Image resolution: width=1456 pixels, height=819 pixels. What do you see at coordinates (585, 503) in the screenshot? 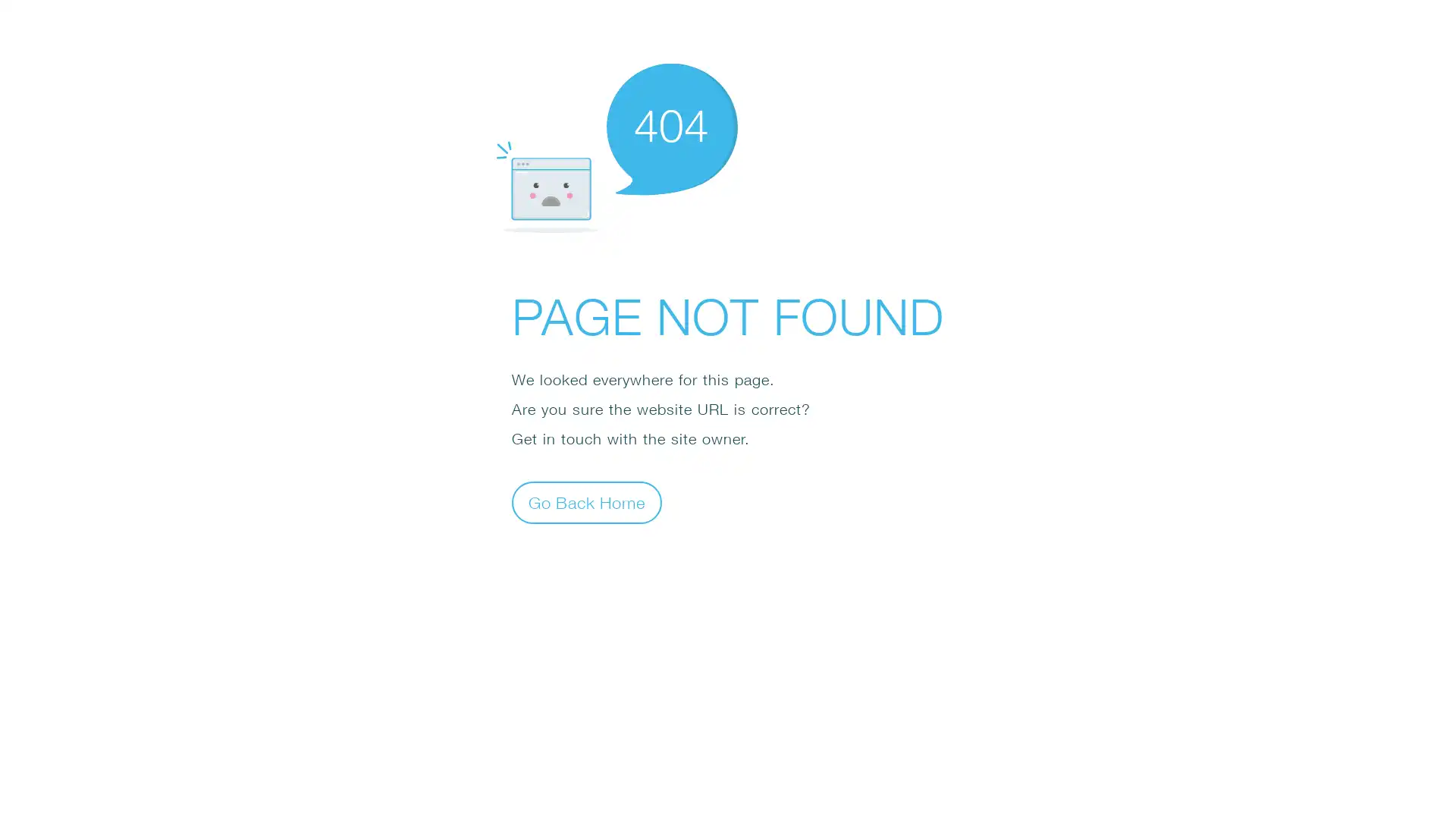
I see `Go Back Home` at bounding box center [585, 503].